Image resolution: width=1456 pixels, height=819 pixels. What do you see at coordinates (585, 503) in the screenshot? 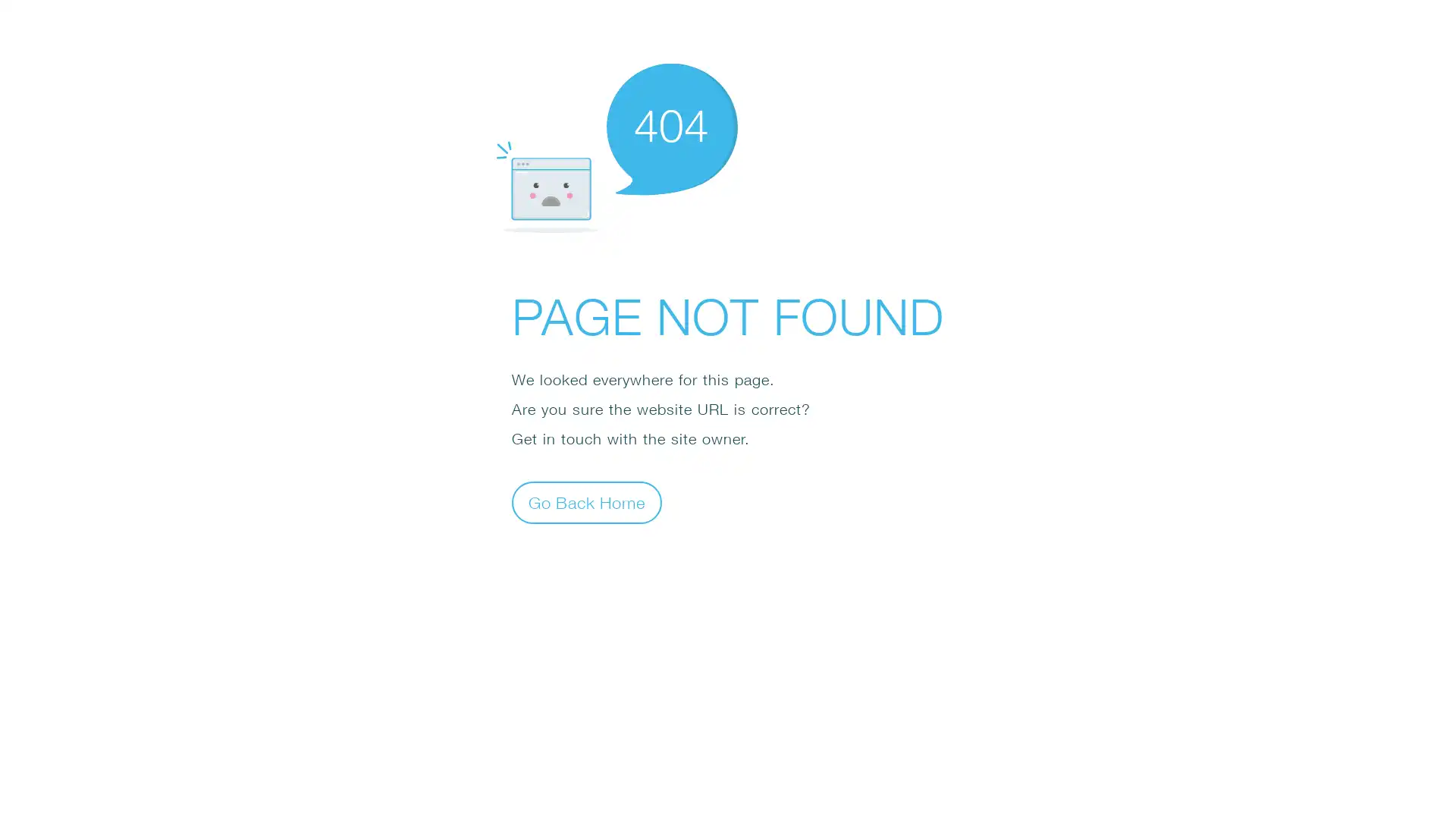
I see `Go Back Home` at bounding box center [585, 503].